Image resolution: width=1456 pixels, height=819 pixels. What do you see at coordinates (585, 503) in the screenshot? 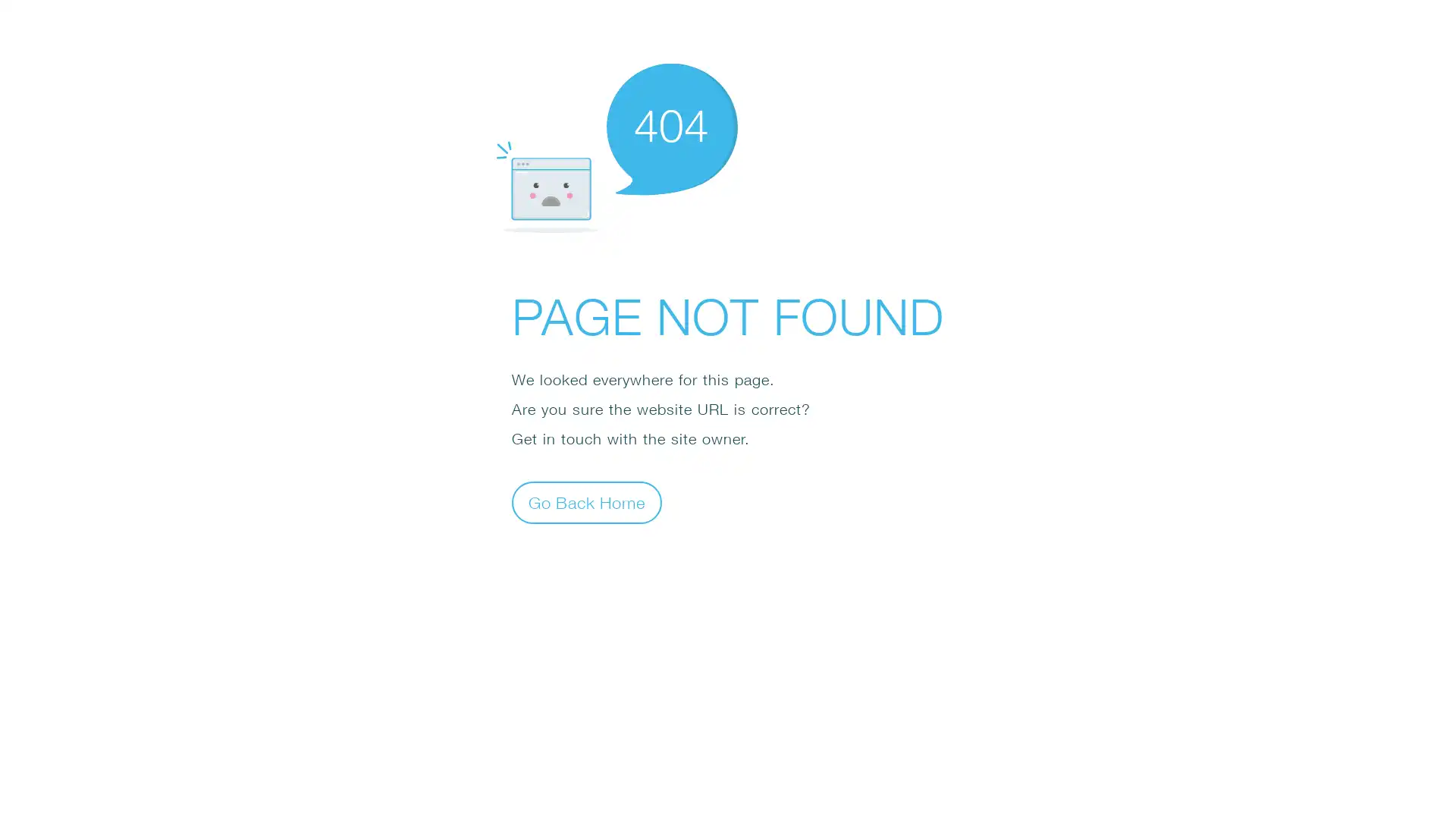
I see `Go Back Home` at bounding box center [585, 503].